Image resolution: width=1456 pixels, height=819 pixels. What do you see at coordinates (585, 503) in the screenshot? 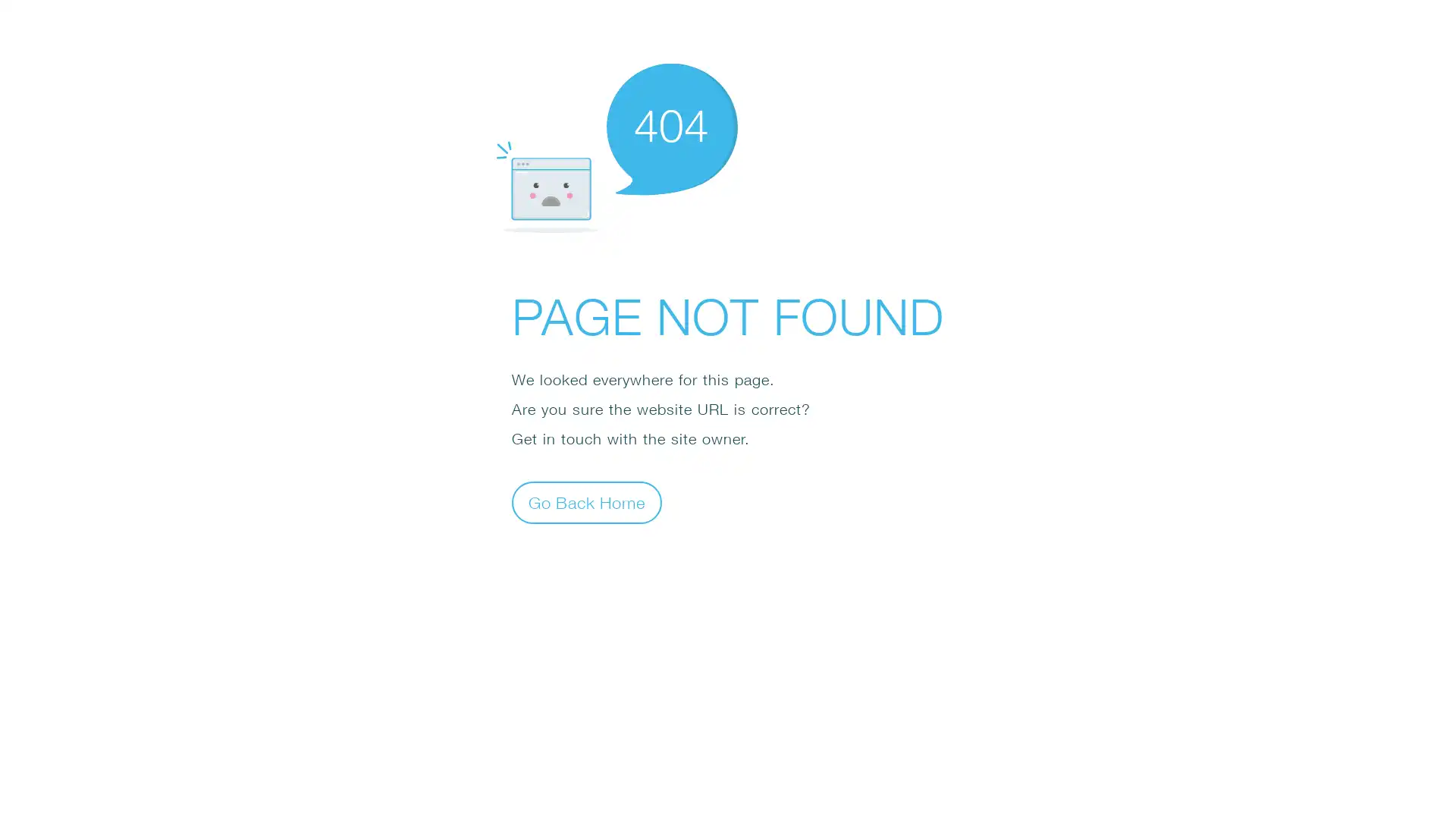
I see `Go Back Home` at bounding box center [585, 503].